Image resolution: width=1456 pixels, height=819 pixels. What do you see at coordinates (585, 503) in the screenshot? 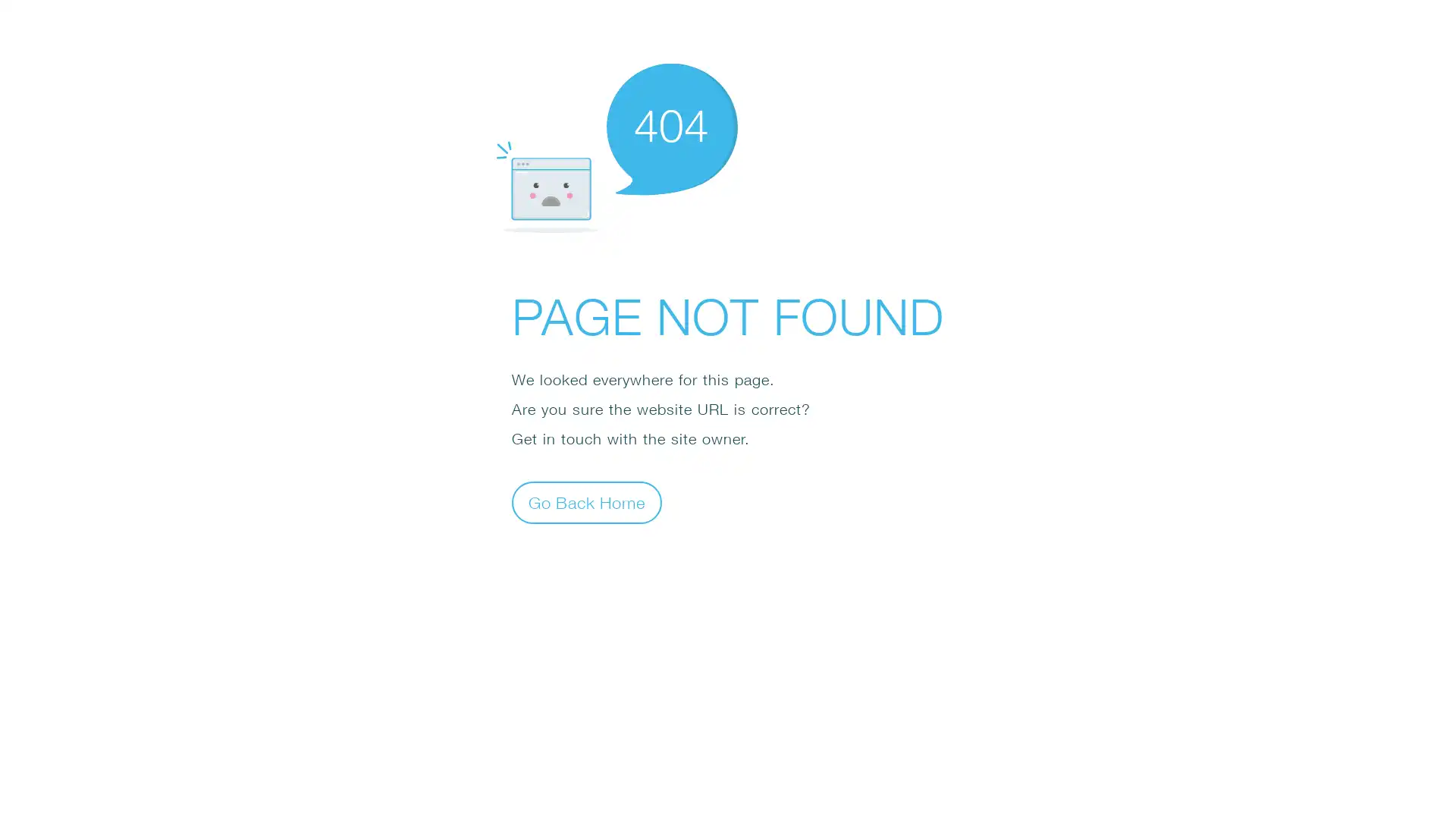
I see `Go Back Home` at bounding box center [585, 503].